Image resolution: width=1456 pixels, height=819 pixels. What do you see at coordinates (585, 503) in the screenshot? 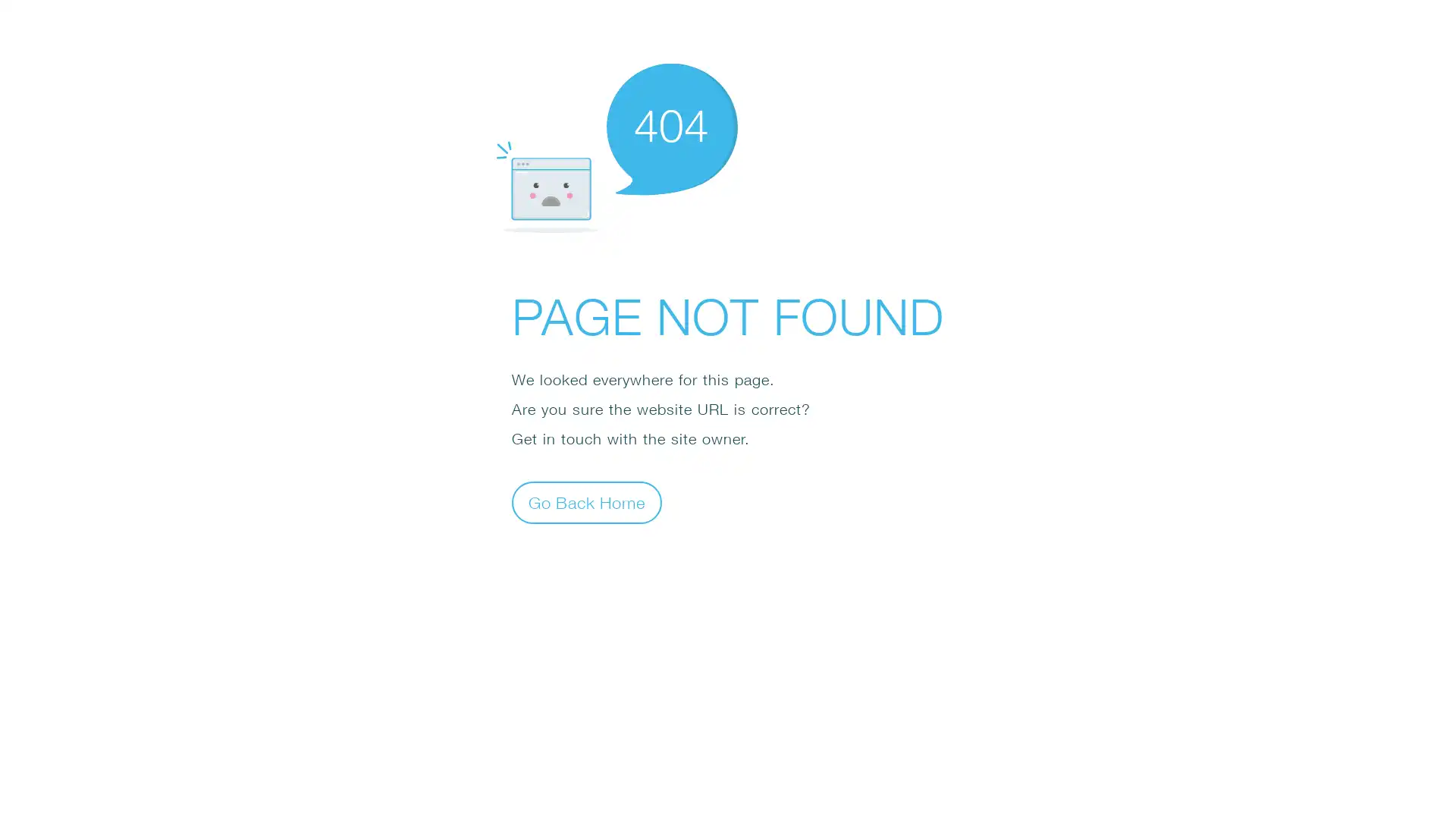
I see `Go Back Home` at bounding box center [585, 503].